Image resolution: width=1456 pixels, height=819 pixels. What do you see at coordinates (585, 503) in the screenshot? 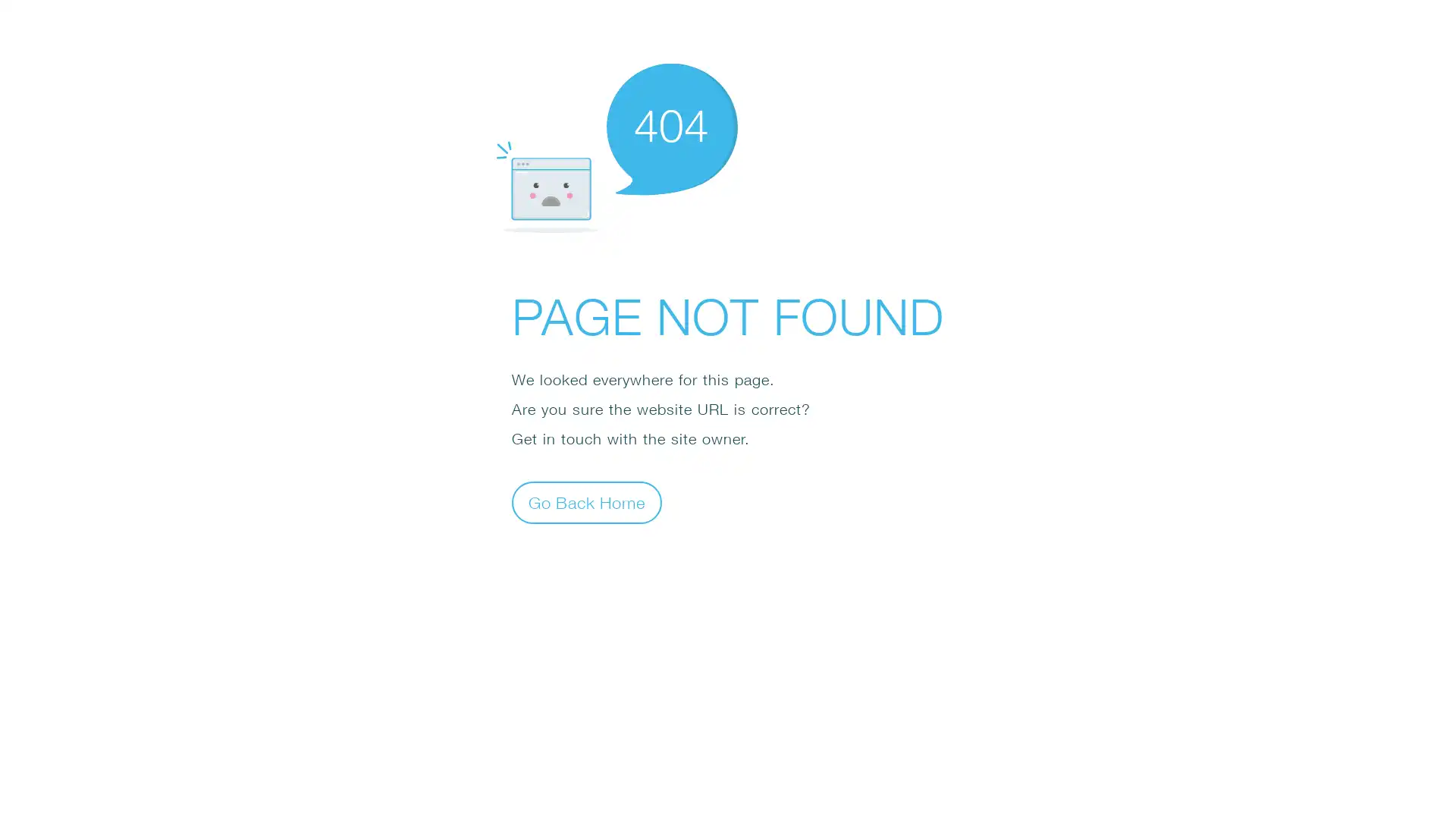
I see `Go Back Home` at bounding box center [585, 503].